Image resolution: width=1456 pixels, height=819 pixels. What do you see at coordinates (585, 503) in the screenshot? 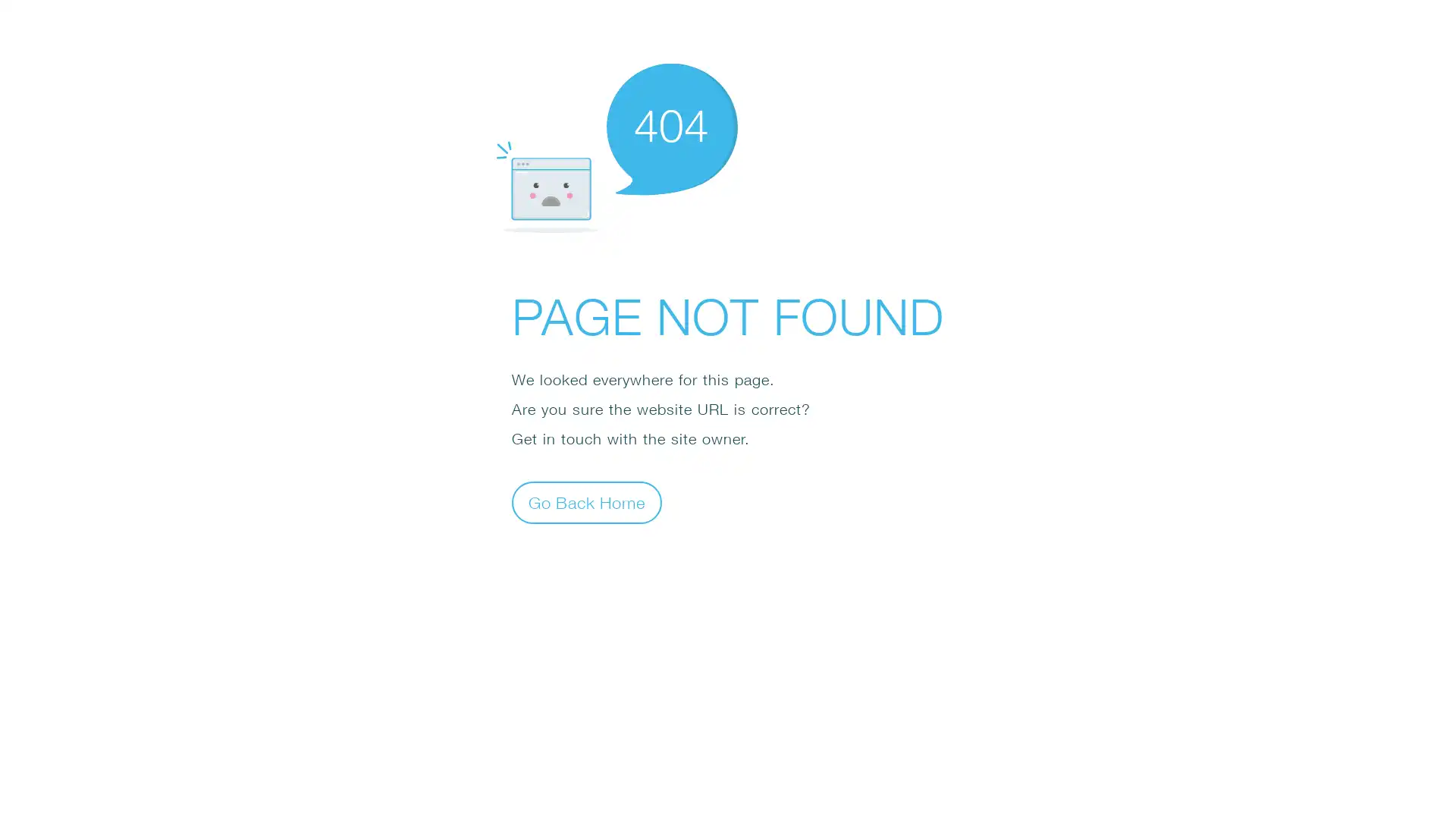
I see `Go Back Home` at bounding box center [585, 503].